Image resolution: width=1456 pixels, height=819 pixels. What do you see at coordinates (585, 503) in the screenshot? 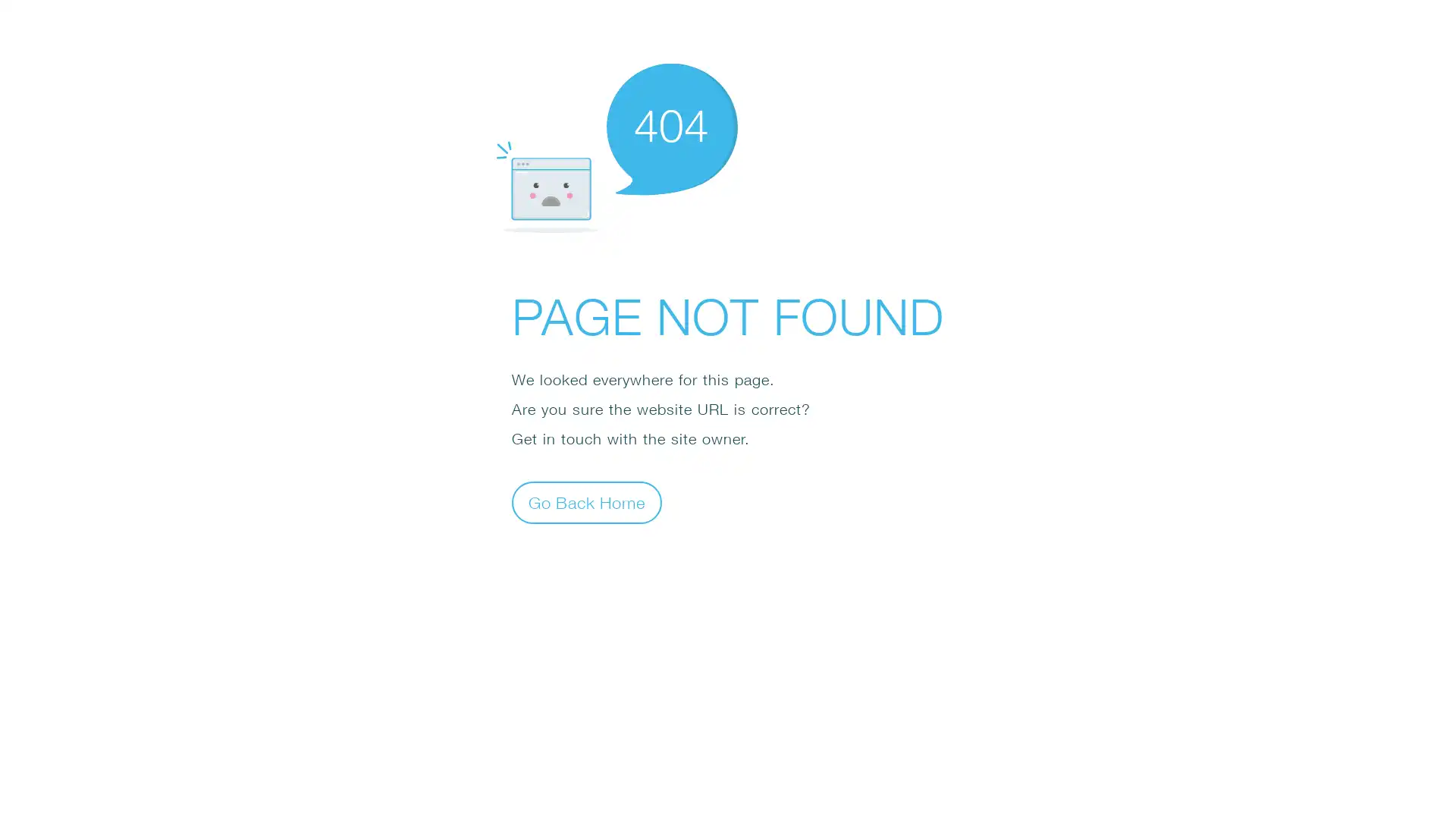
I see `Go Back Home` at bounding box center [585, 503].